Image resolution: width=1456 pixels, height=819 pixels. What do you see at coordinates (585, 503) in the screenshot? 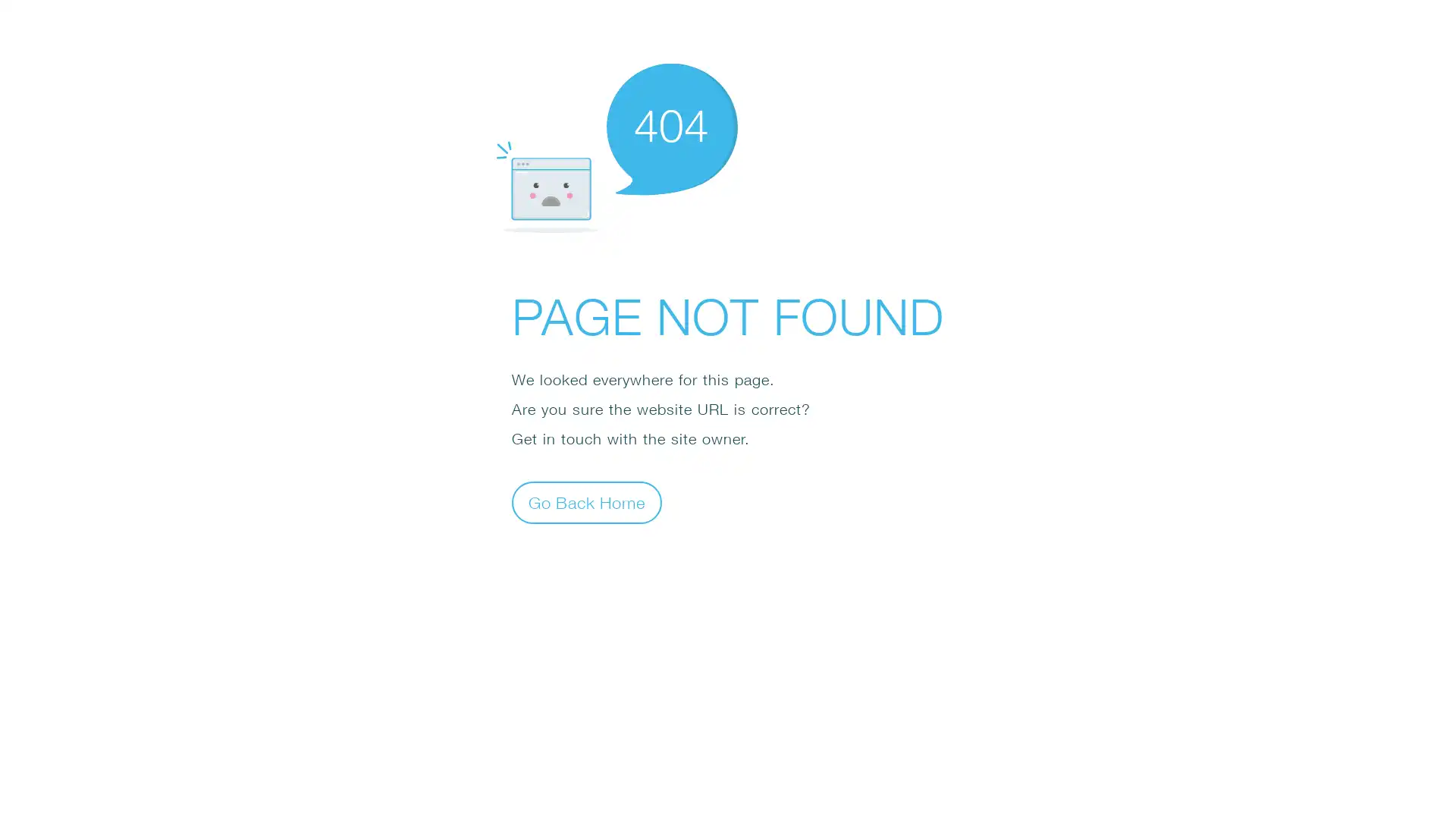
I see `Go Back Home` at bounding box center [585, 503].